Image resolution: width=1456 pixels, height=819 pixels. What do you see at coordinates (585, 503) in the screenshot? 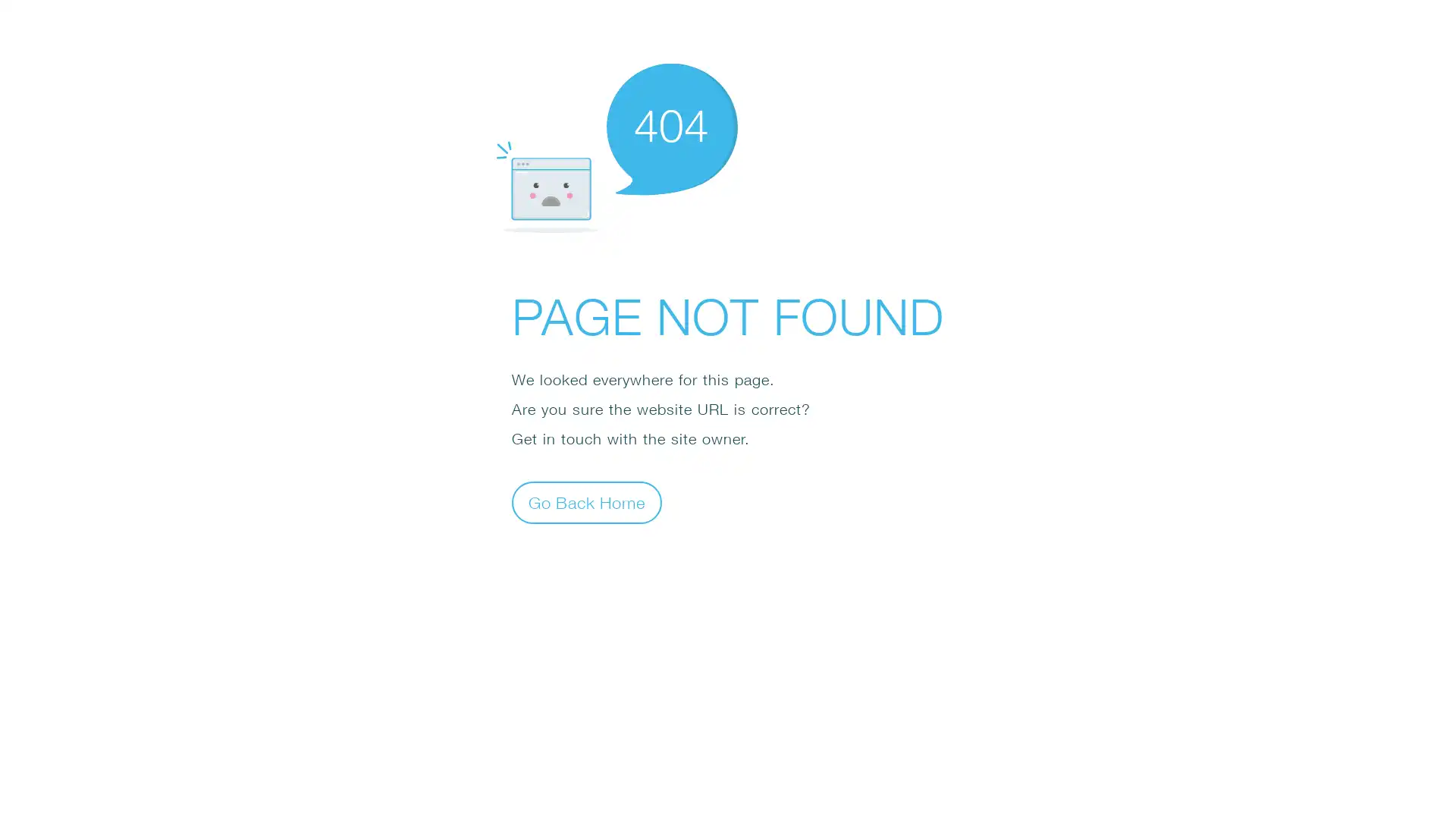
I see `Go Back Home` at bounding box center [585, 503].